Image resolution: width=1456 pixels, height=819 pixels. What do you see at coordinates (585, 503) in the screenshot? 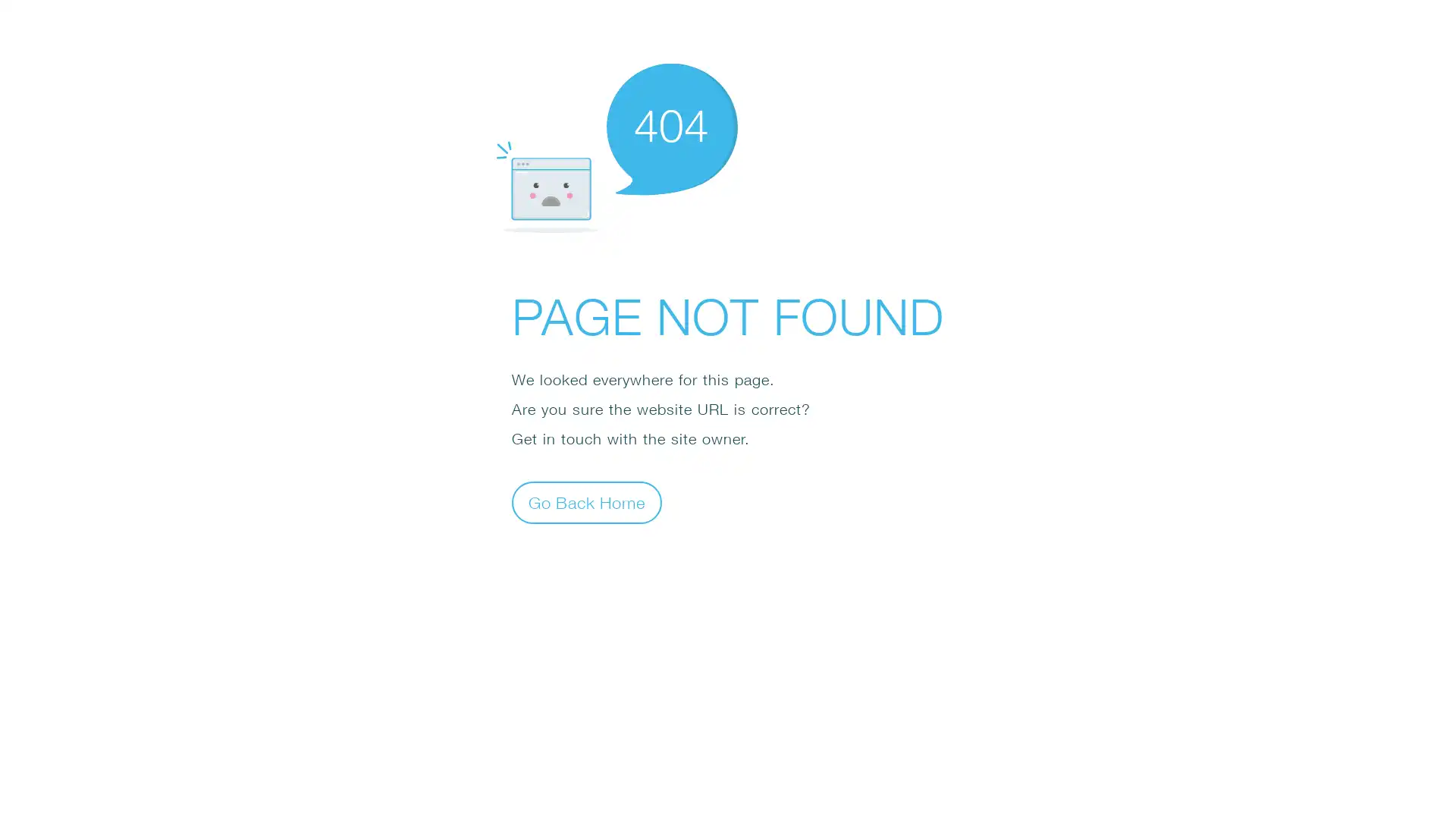
I see `Go Back Home` at bounding box center [585, 503].